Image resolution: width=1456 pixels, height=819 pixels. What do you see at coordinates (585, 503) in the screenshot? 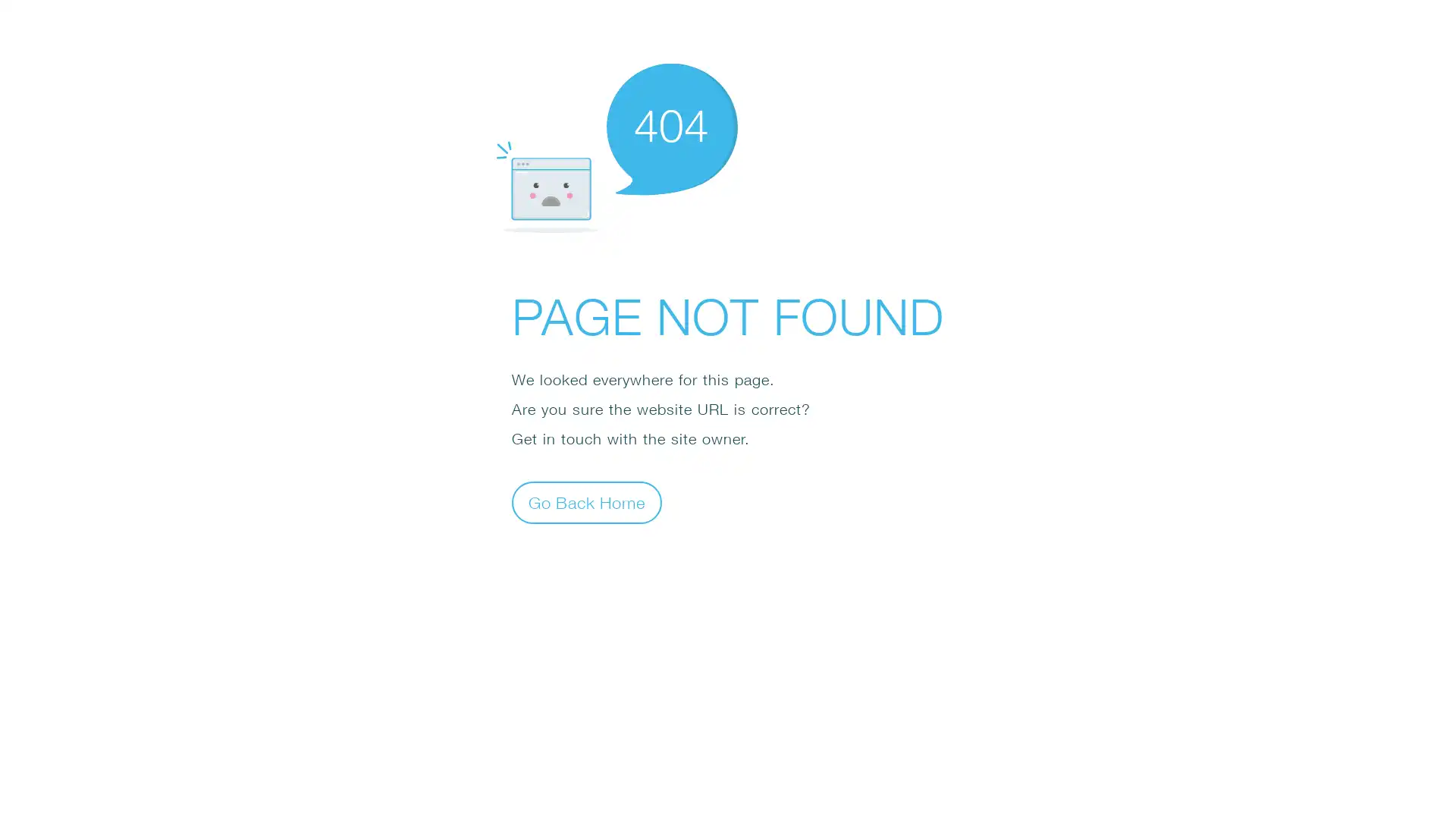
I see `Go Back Home` at bounding box center [585, 503].